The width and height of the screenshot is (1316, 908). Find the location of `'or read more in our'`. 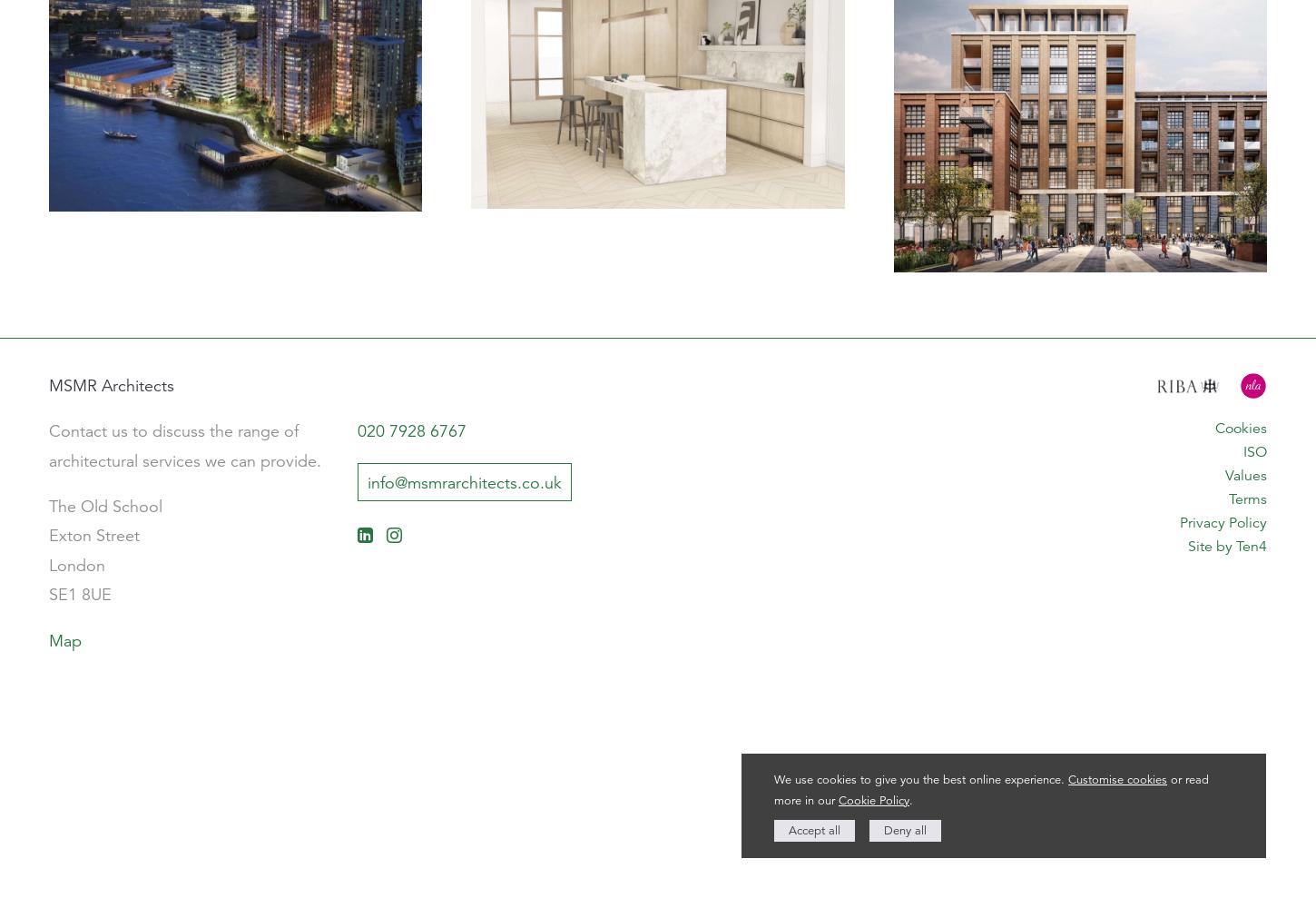

'or read more in our' is located at coordinates (773, 789).